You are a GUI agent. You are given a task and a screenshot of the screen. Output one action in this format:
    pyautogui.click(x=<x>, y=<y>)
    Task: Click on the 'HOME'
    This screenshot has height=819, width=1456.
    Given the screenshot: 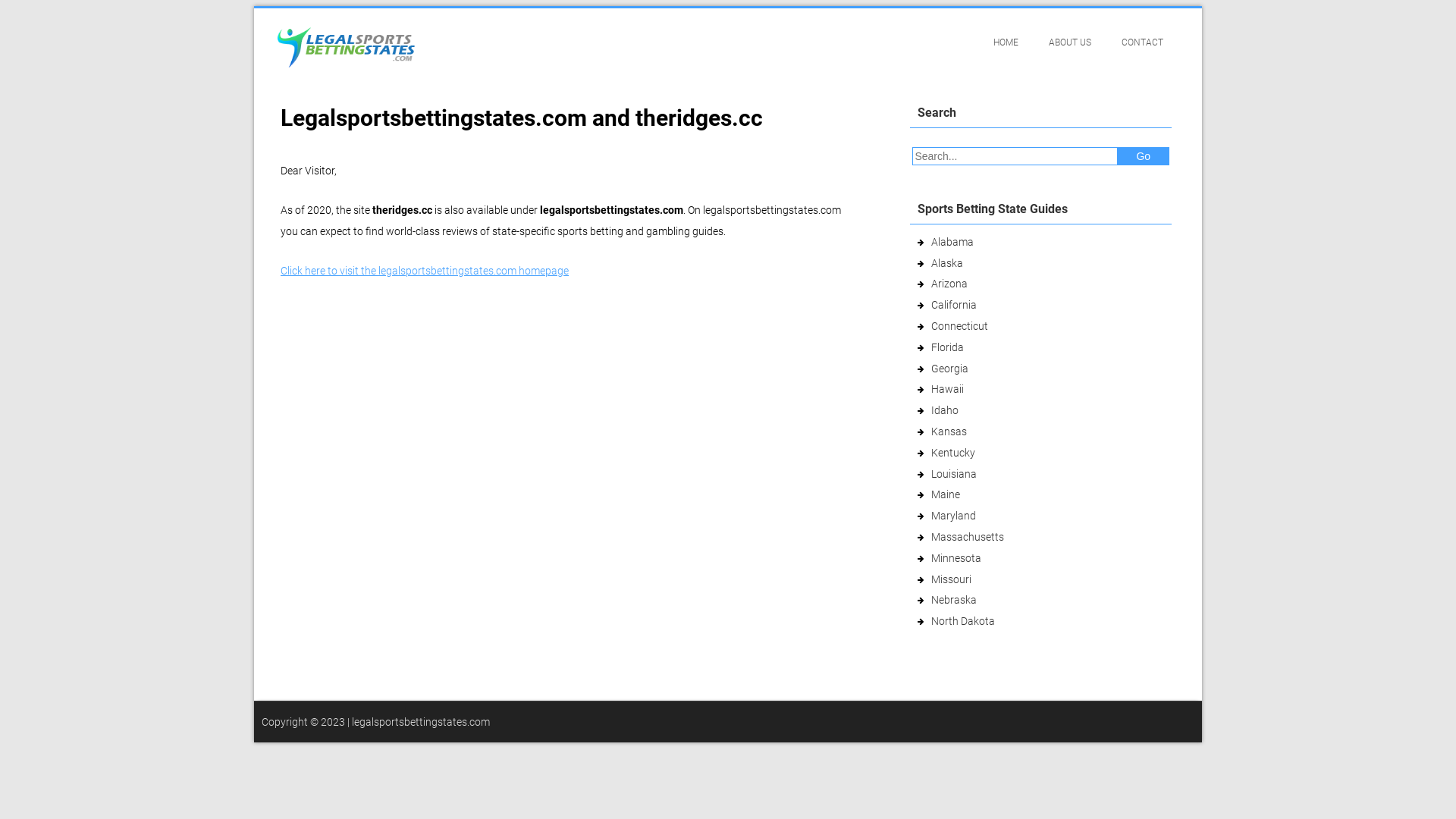 What is the action you would take?
    pyautogui.click(x=1006, y=42)
    